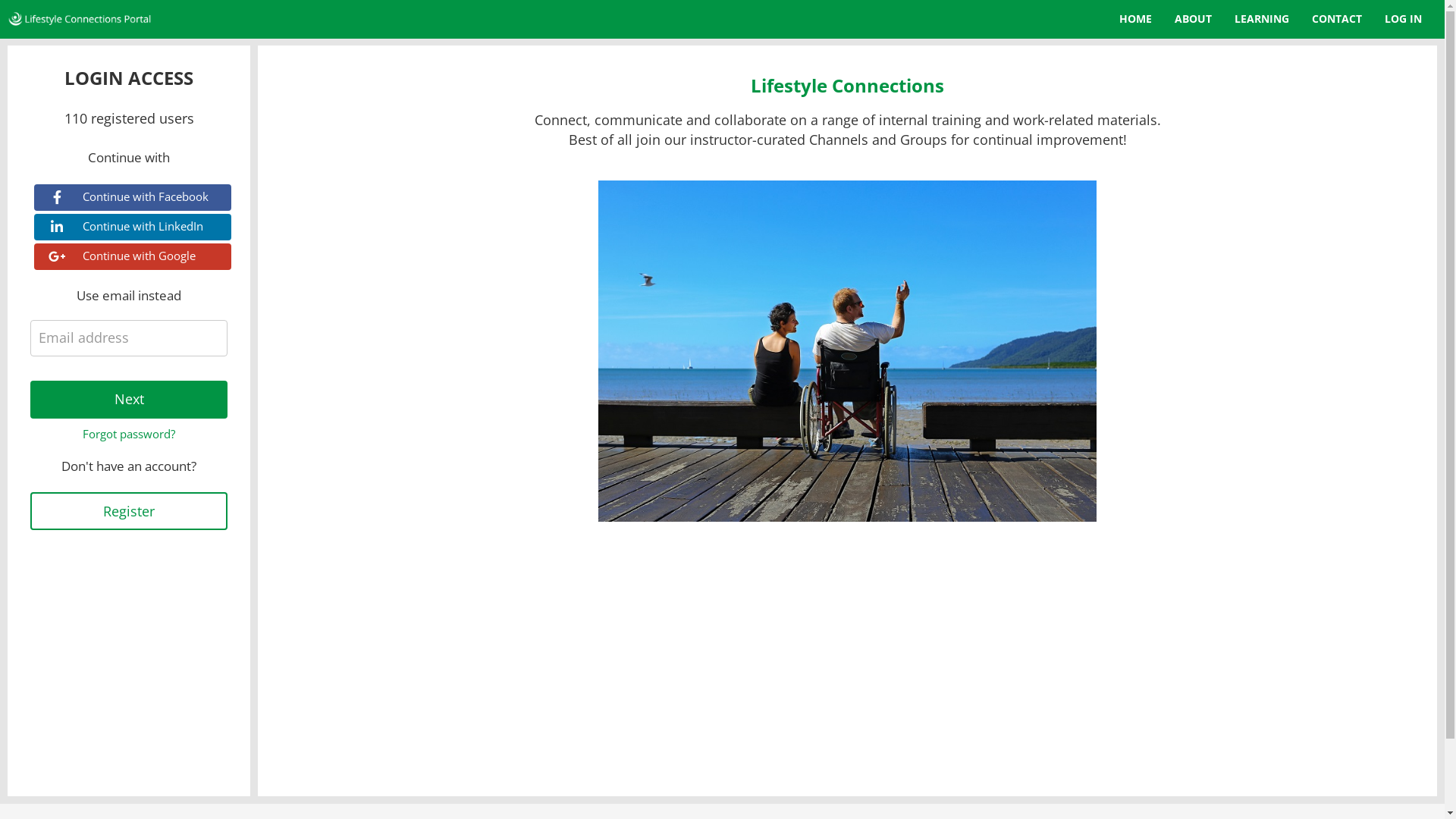 The width and height of the screenshot is (1456, 819). I want to click on 'LEARNING', so click(1262, 19).